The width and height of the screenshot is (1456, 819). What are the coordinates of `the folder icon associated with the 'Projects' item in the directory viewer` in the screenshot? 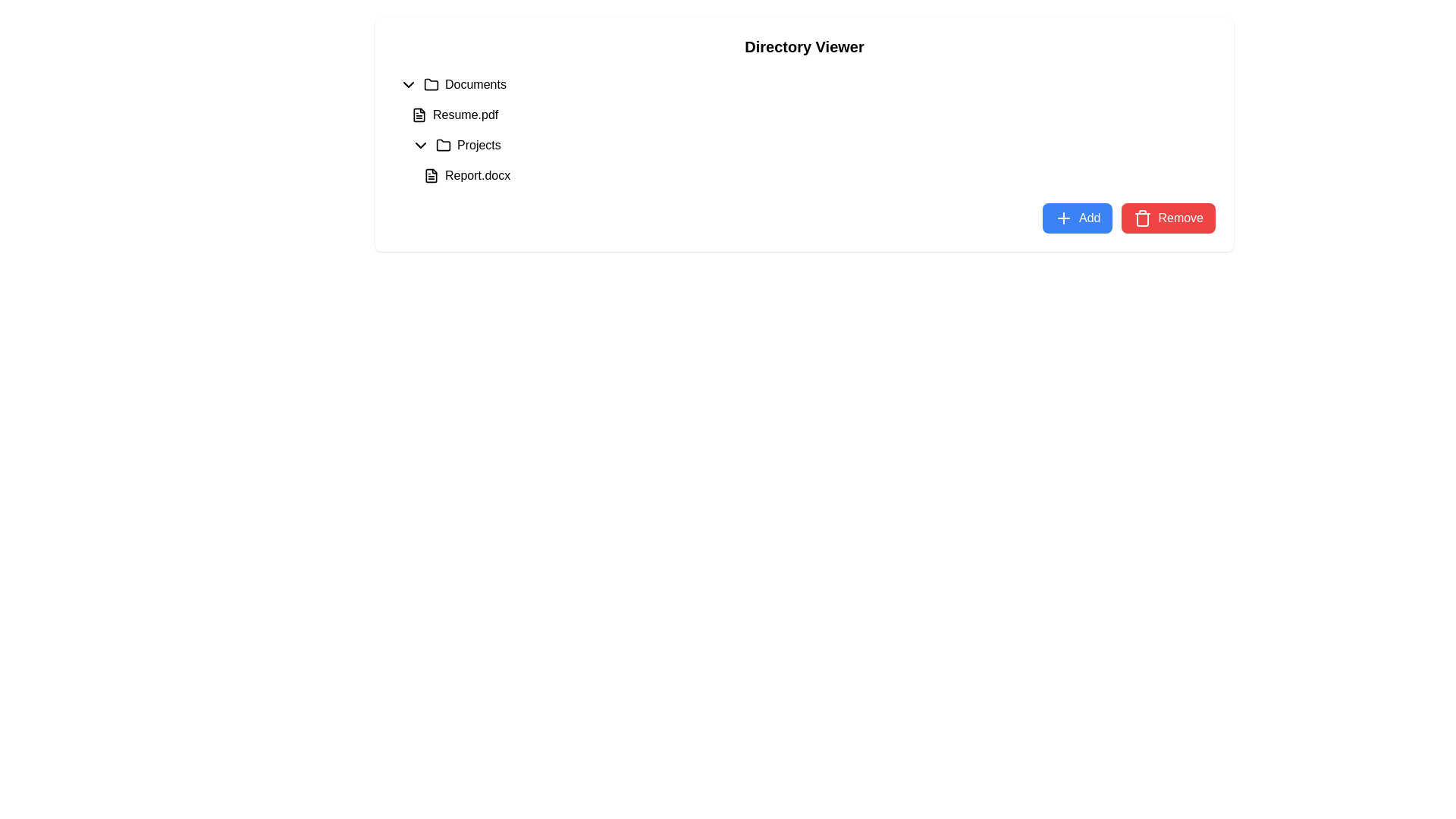 It's located at (443, 146).